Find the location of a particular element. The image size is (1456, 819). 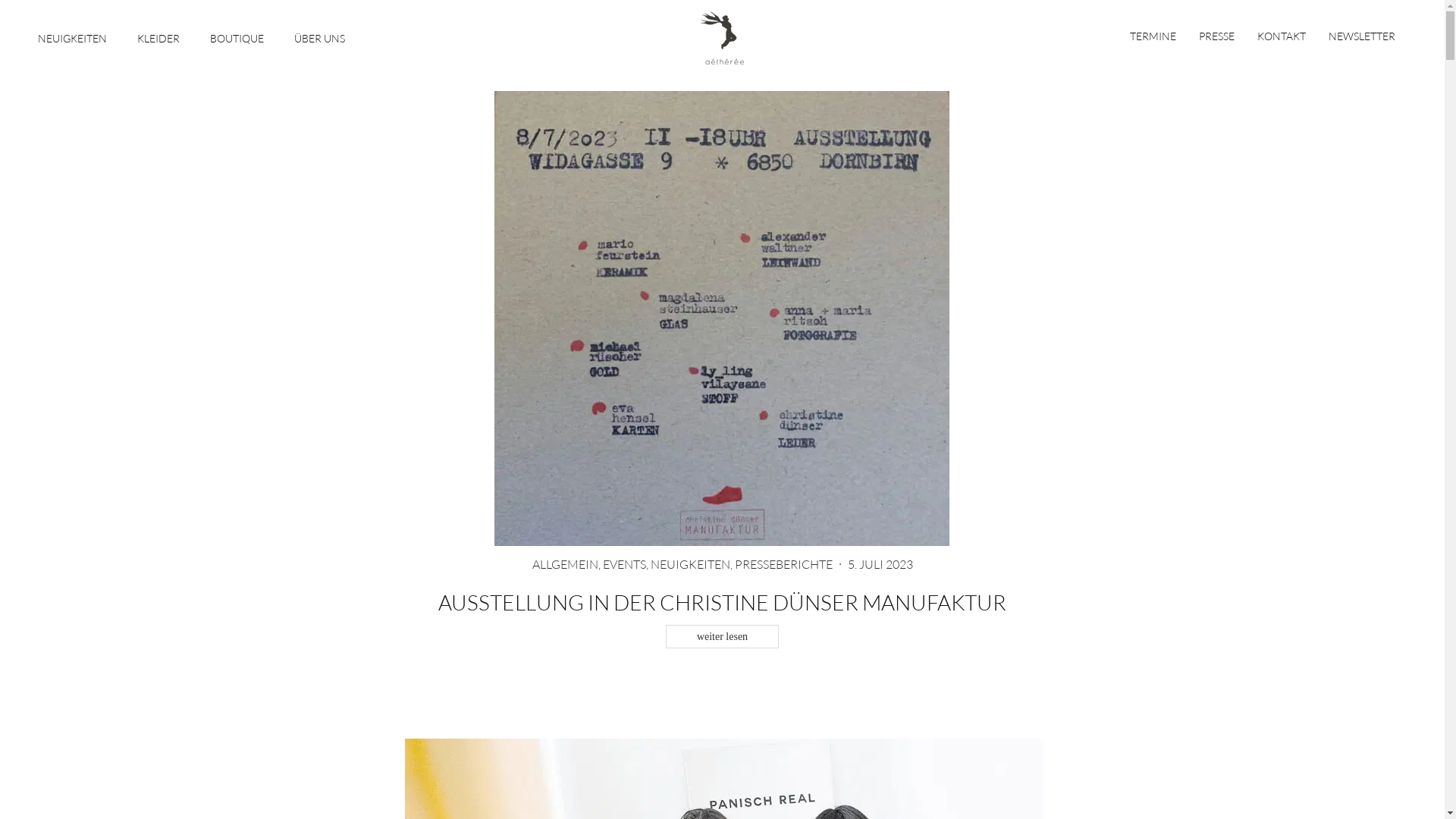

'EVENTS' is located at coordinates (623, 564).